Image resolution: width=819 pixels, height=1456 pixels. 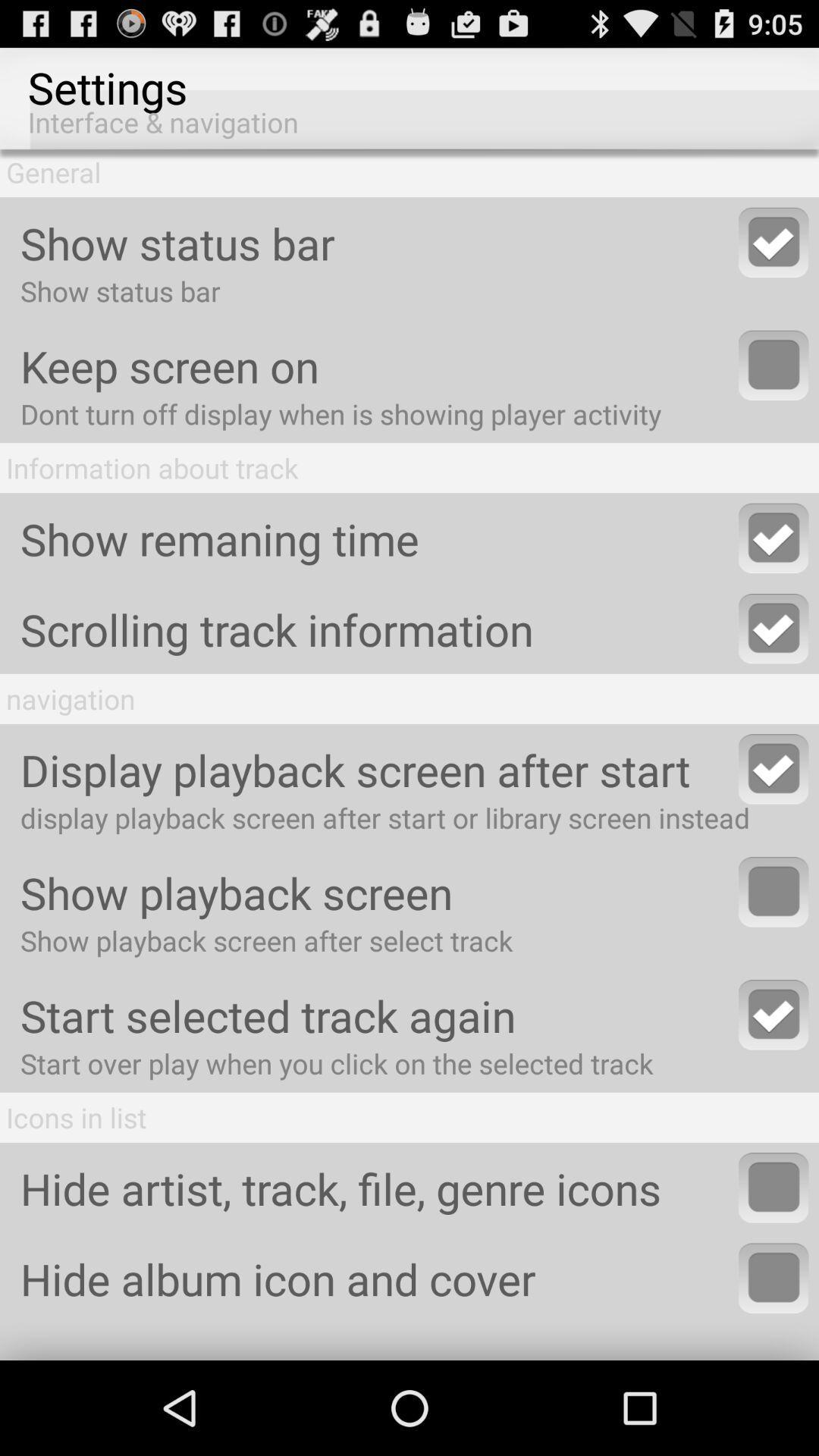 I want to click on display playback screen after start, so click(x=773, y=769).